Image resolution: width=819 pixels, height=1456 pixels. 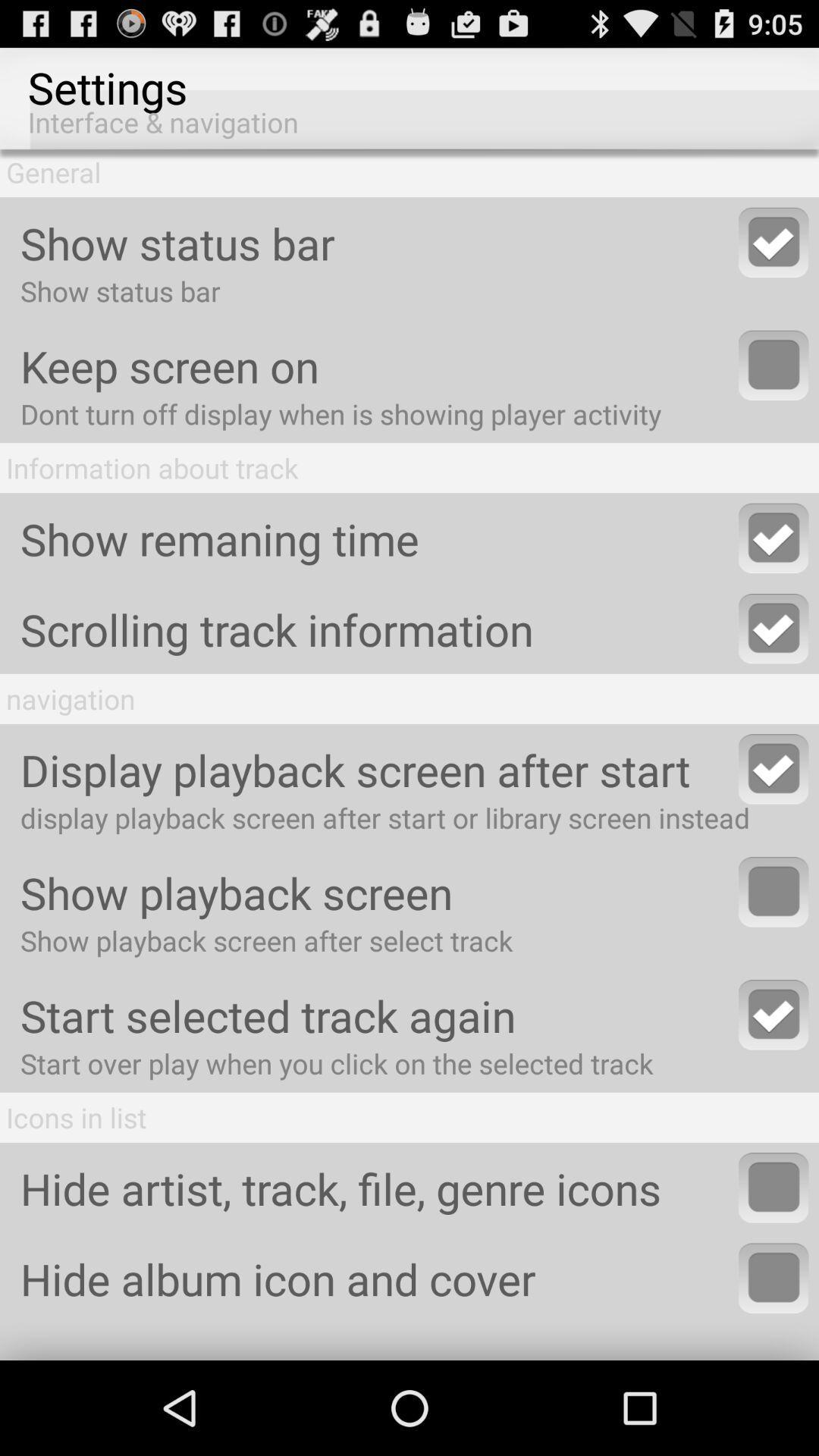 I want to click on display playback screen after start, so click(x=773, y=769).